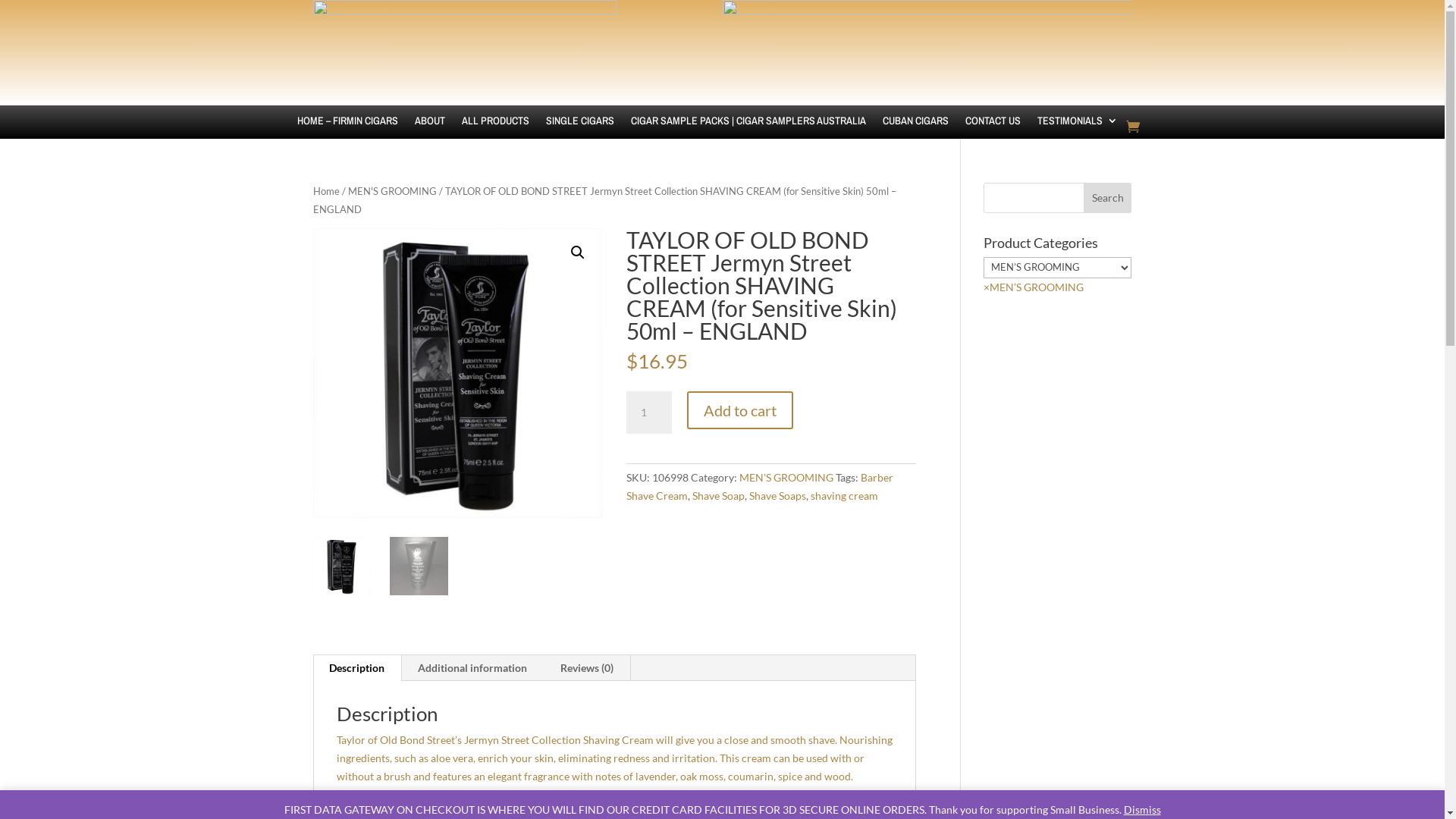 The height and width of the screenshot is (819, 1456). What do you see at coordinates (717, 495) in the screenshot?
I see `'Shave Soap'` at bounding box center [717, 495].